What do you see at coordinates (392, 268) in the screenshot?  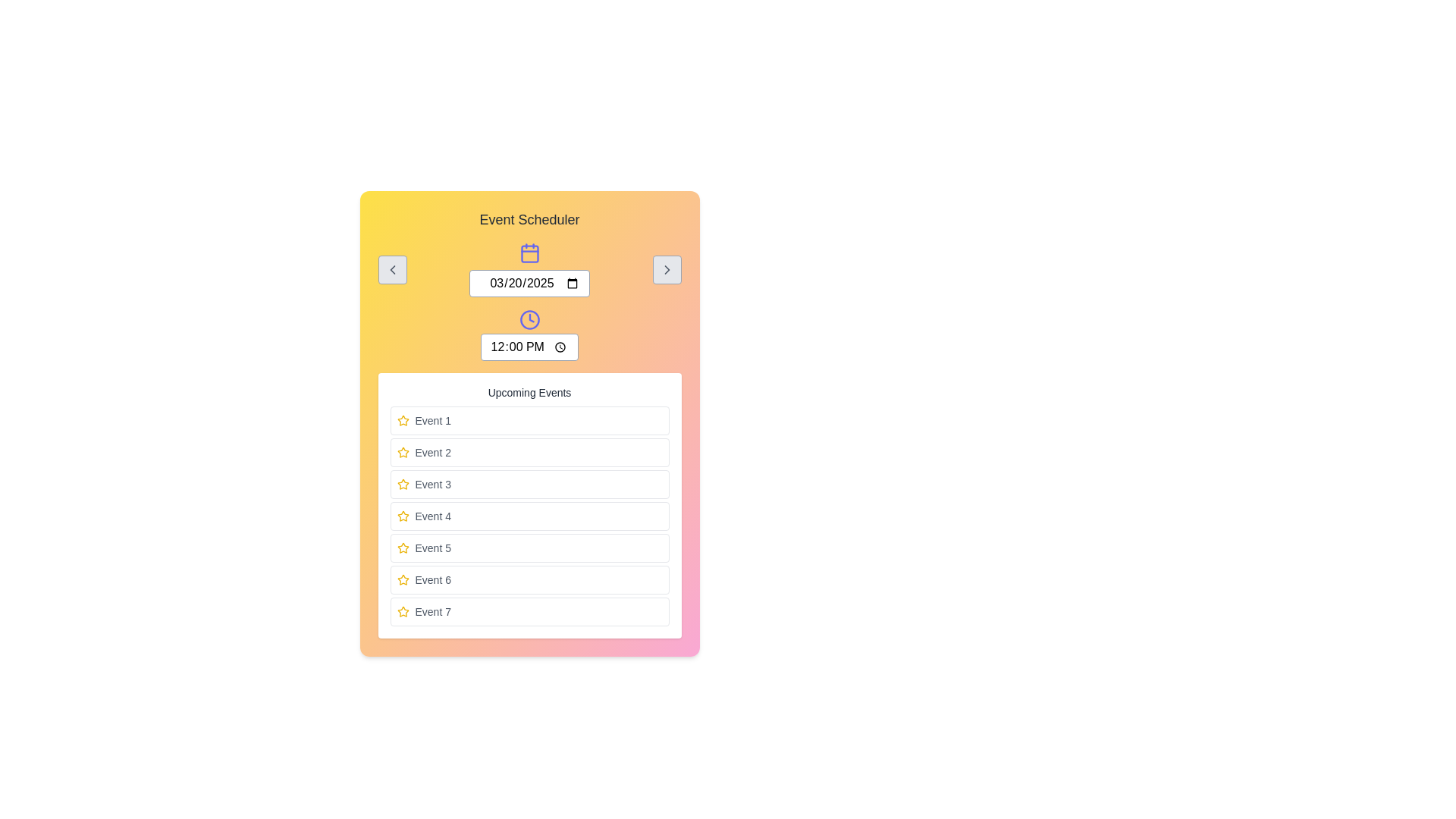 I see `the left arrow icon within the navigation button located in the top left area of the Event Scheduler section` at bounding box center [392, 268].